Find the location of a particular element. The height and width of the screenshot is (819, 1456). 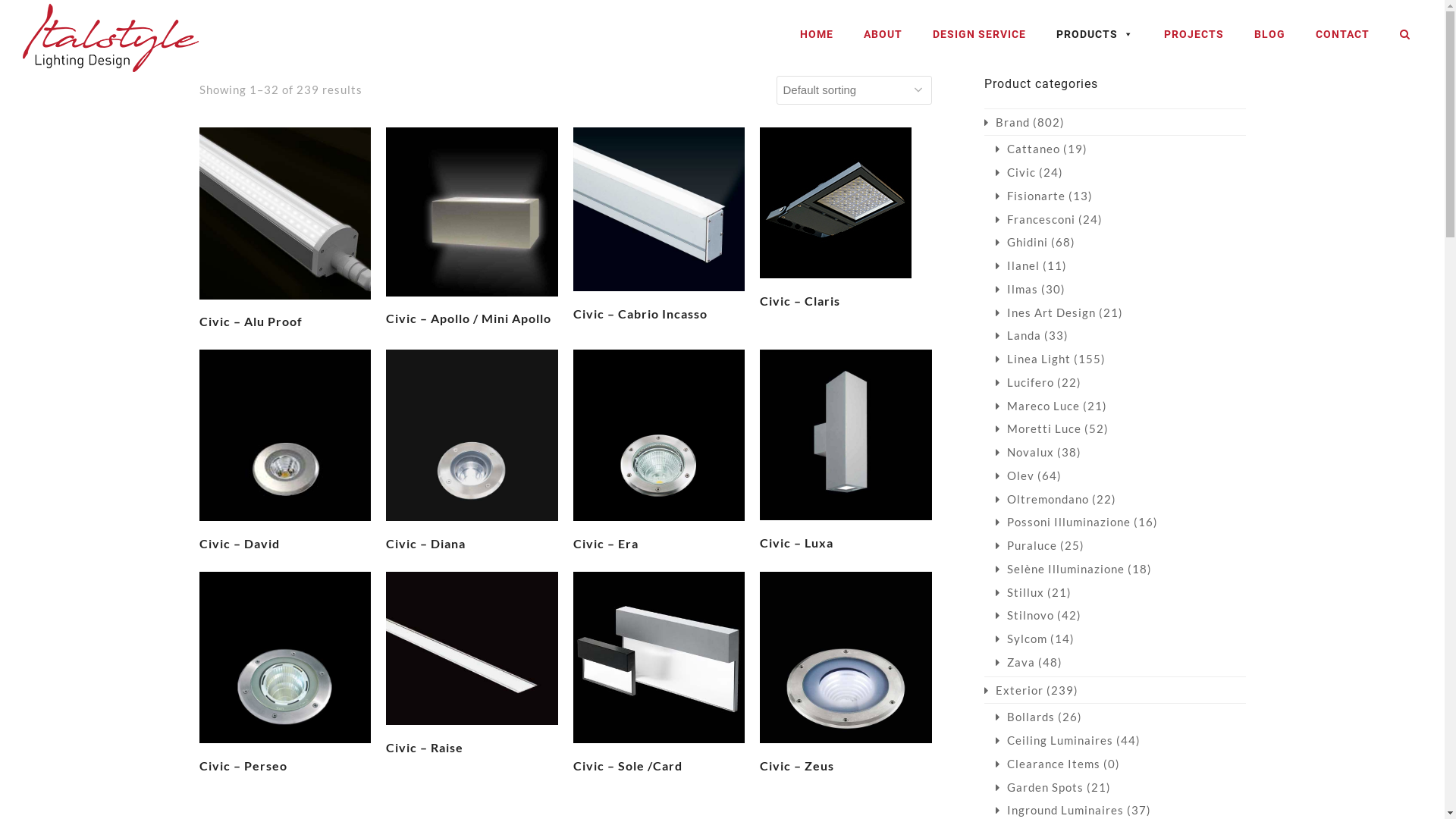

'Zava' is located at coordinates (1015, 661).